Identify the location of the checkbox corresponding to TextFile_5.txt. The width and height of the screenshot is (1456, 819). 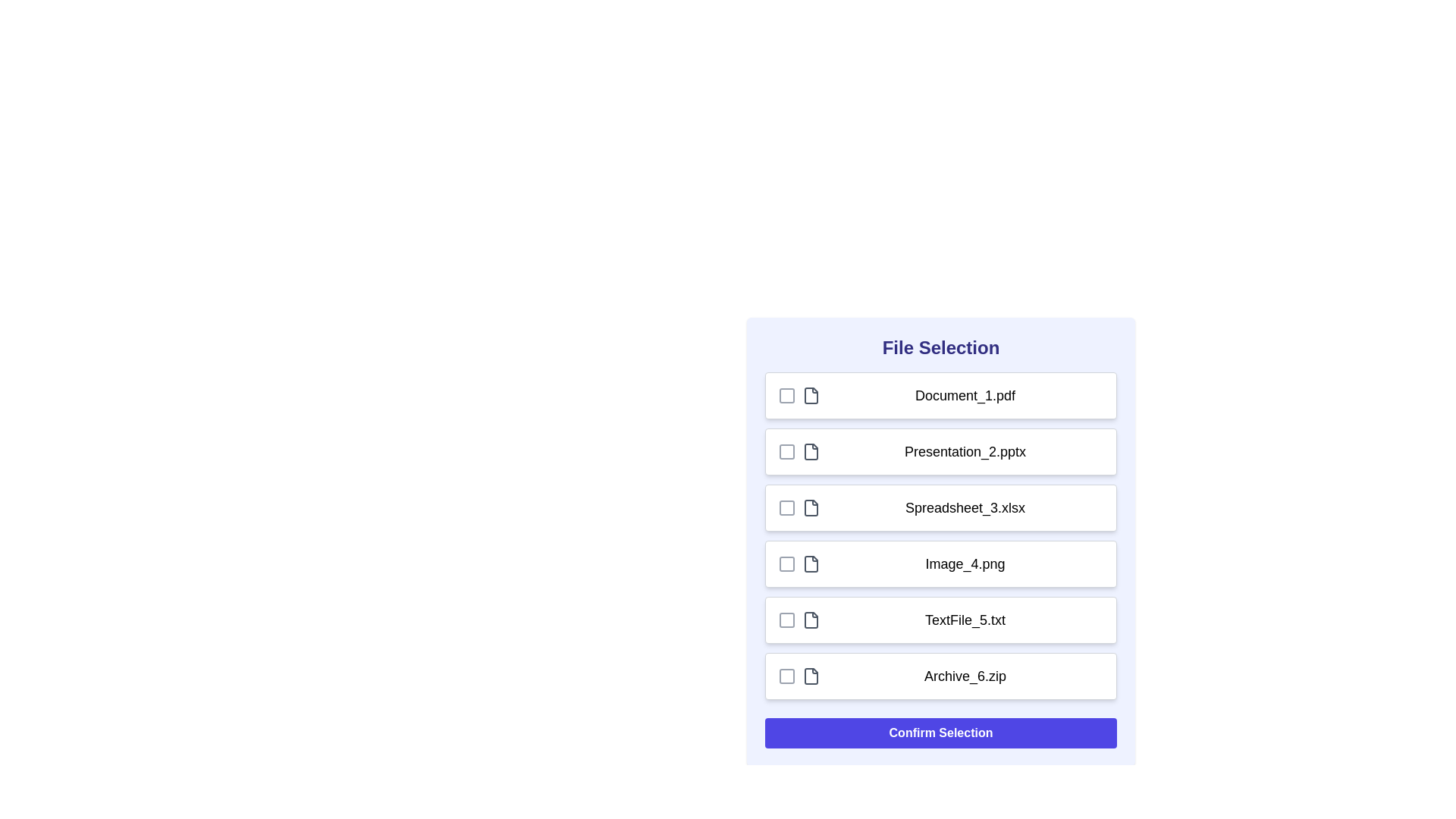
(786, 620).